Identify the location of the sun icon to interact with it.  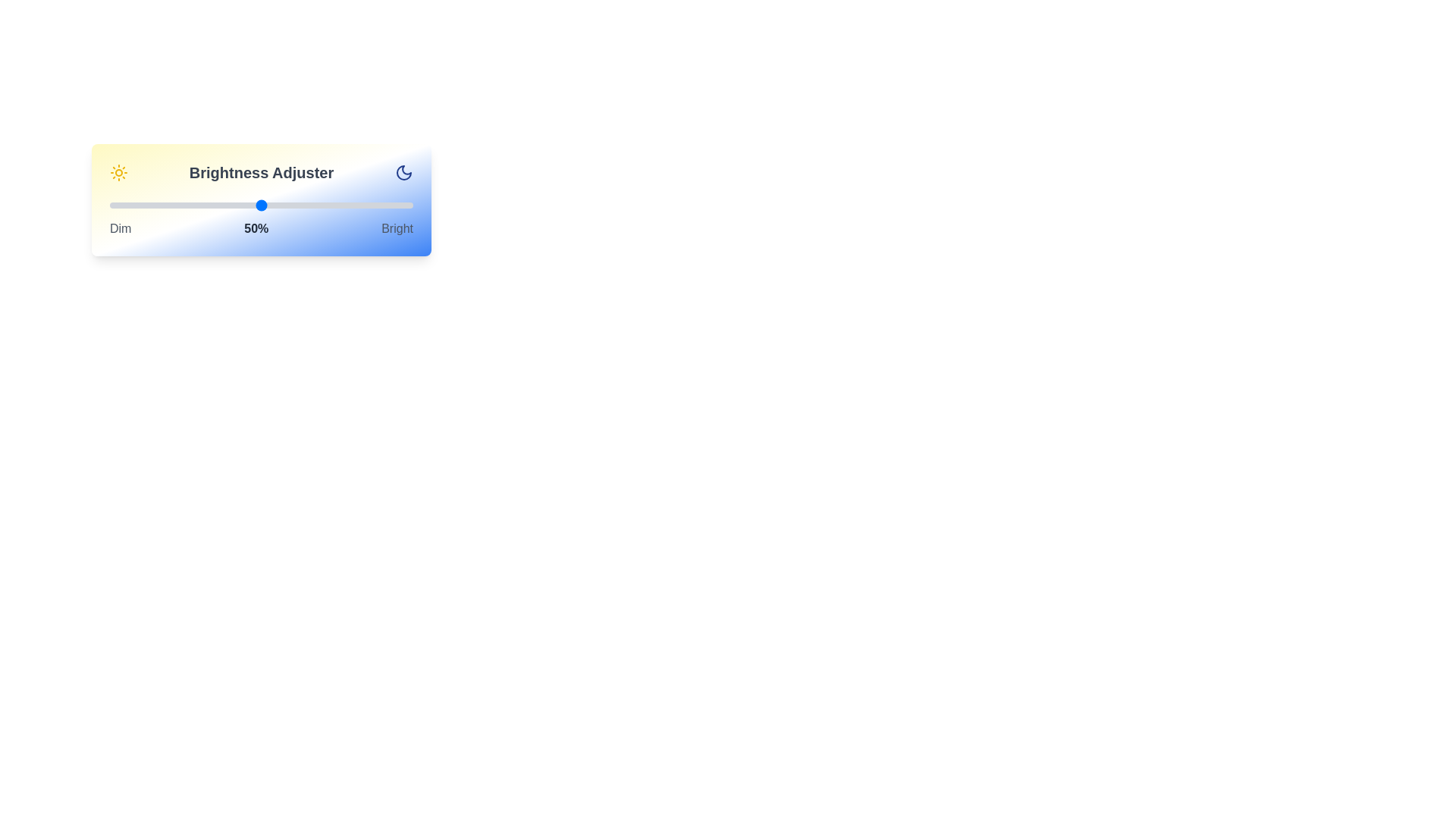
(118, 171).